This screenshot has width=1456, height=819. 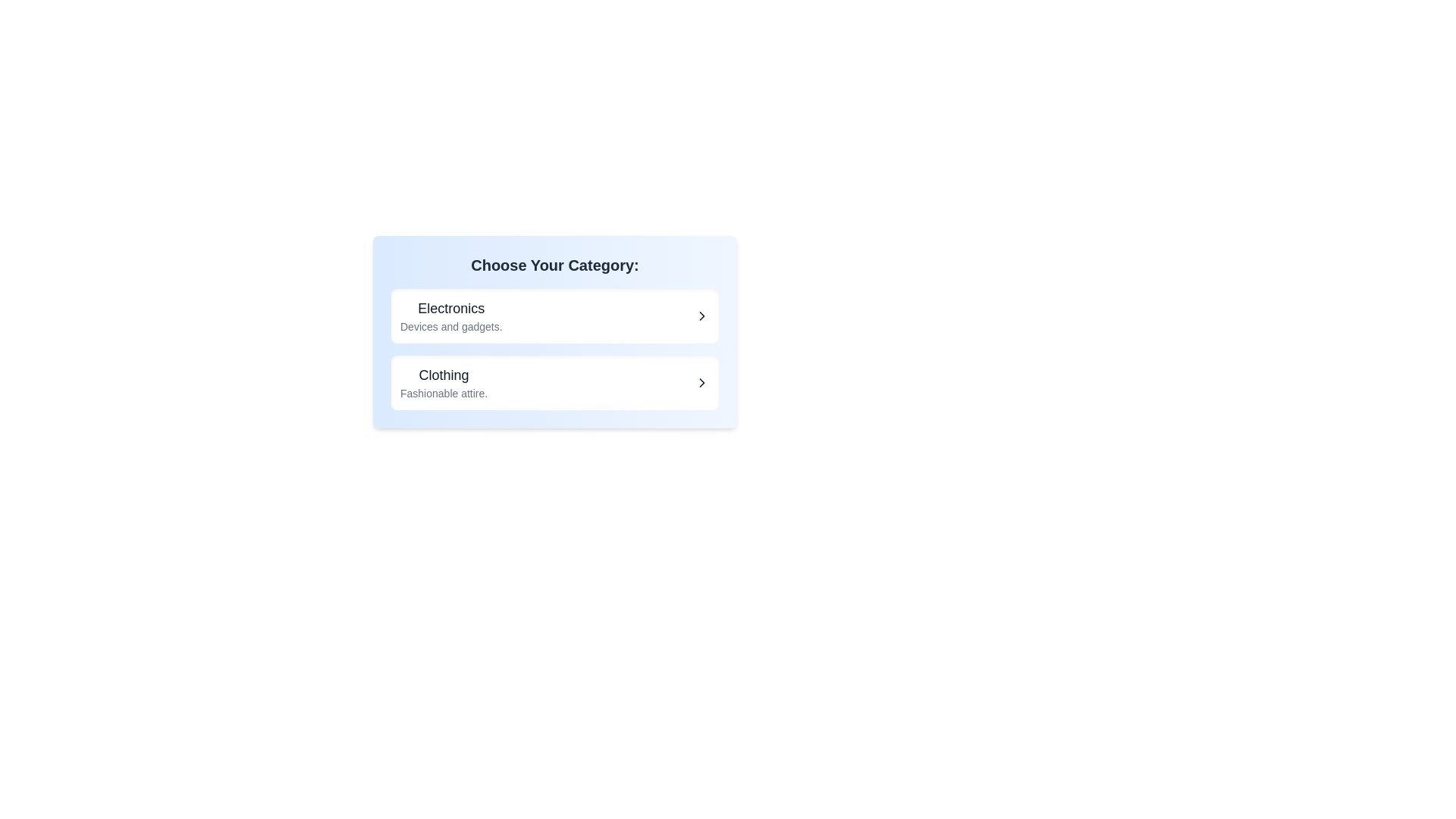 I want to click on the second entry of the selectable list item labeled 'Clothing', so click(x=554, y=382).